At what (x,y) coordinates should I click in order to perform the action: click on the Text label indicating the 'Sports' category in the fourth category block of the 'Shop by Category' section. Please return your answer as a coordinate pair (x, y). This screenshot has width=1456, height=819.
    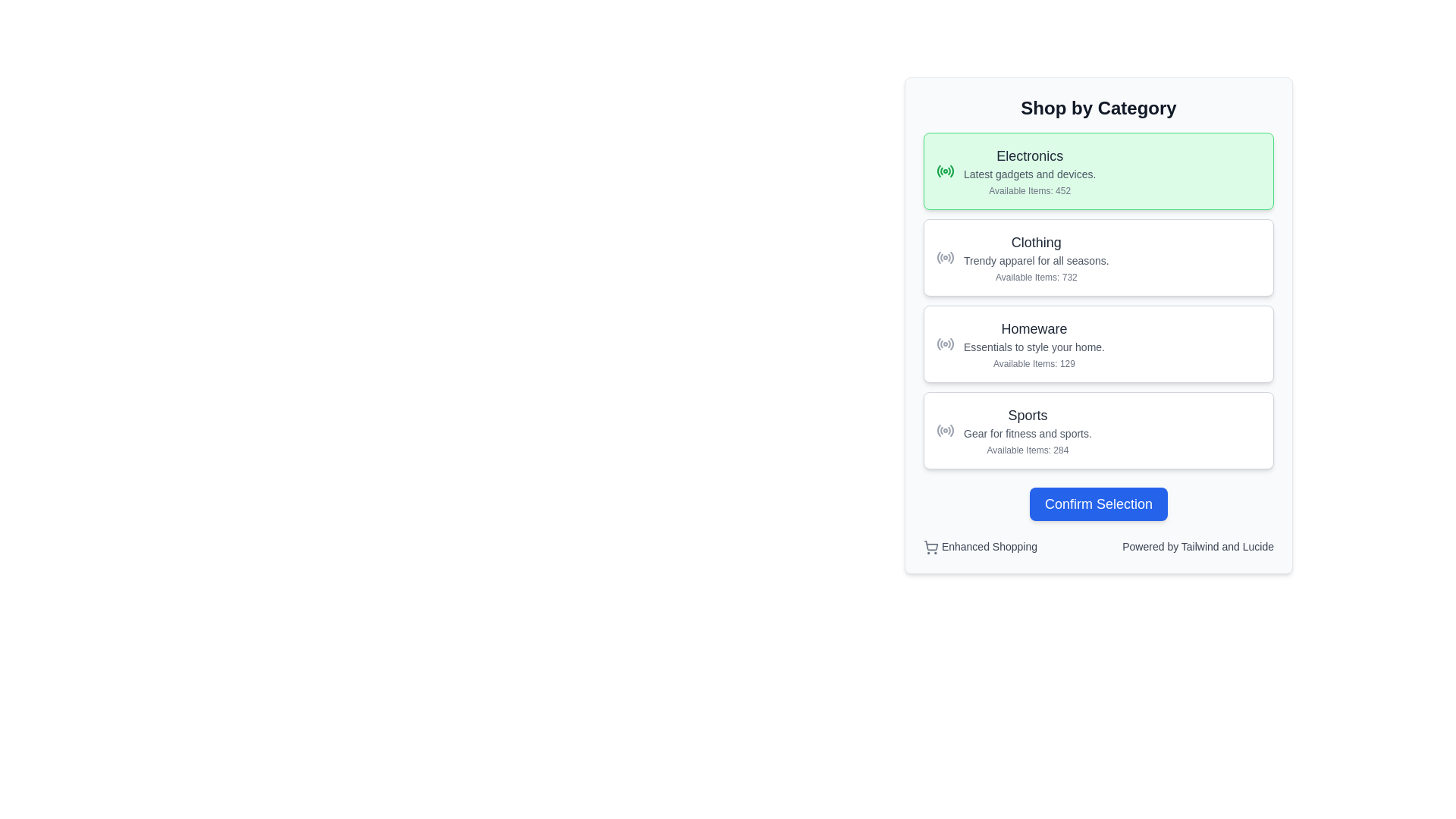
    Looking at the image, I should click on (1028, 415).